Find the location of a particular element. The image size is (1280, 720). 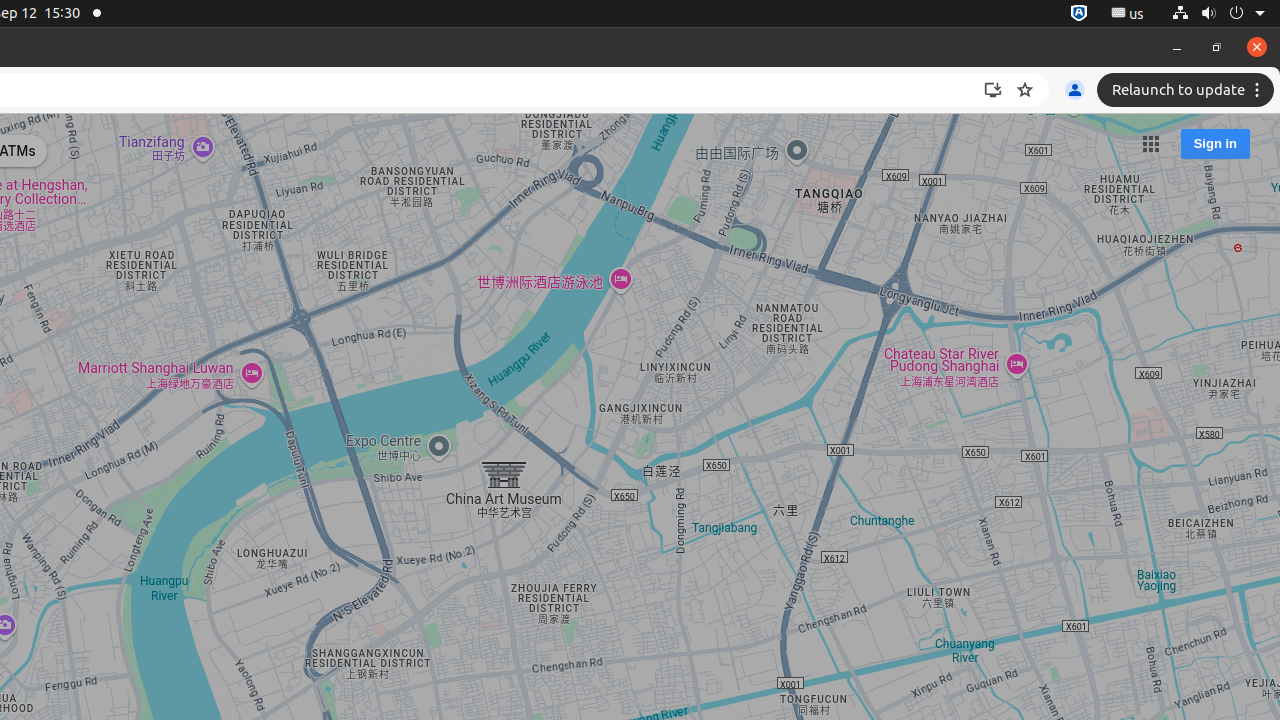

'Bookmark this tab' is located at coordinates (1025, 90).